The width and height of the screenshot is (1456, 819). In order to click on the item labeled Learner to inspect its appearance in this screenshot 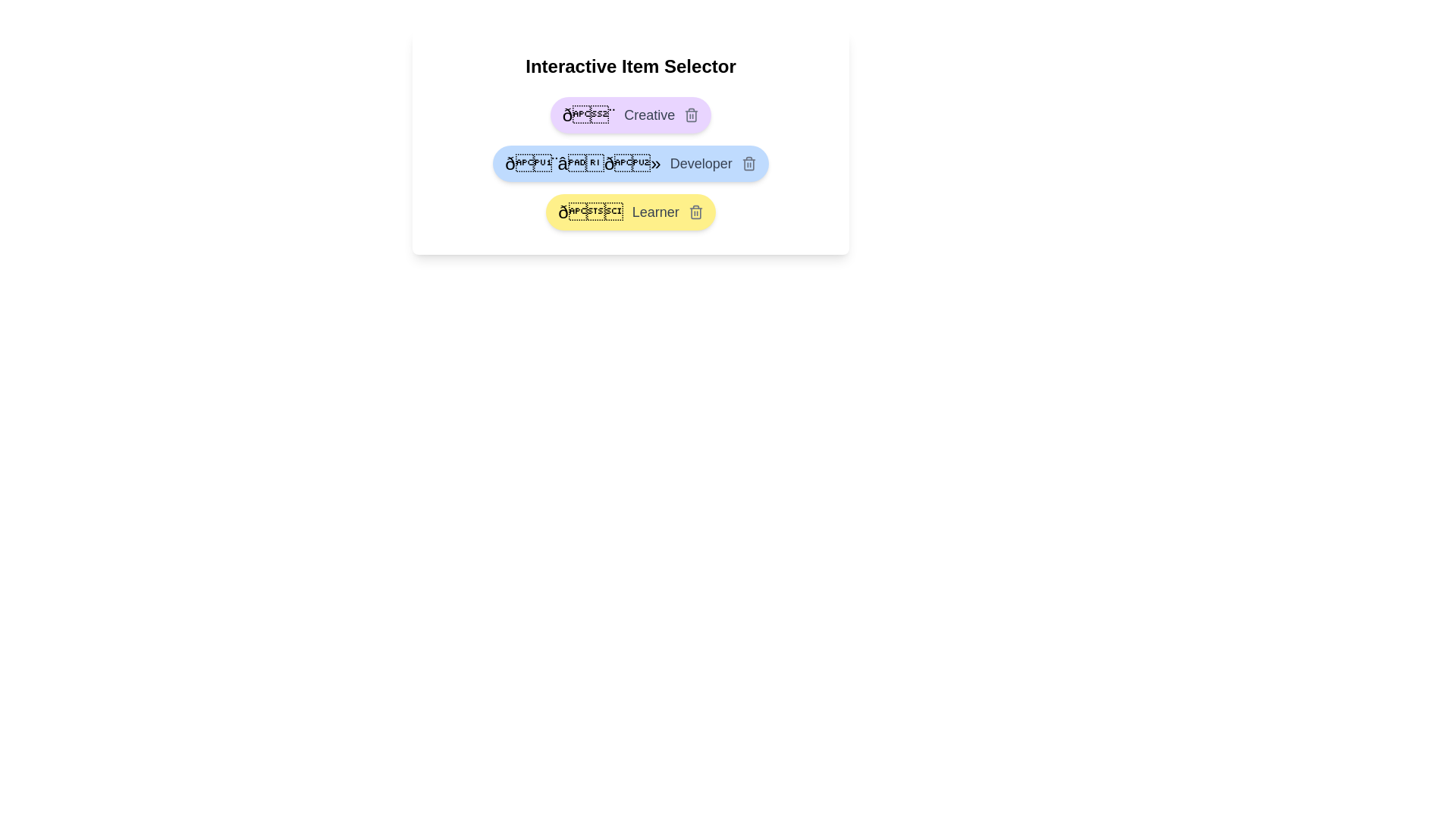, I will do `click(630, 212)`.